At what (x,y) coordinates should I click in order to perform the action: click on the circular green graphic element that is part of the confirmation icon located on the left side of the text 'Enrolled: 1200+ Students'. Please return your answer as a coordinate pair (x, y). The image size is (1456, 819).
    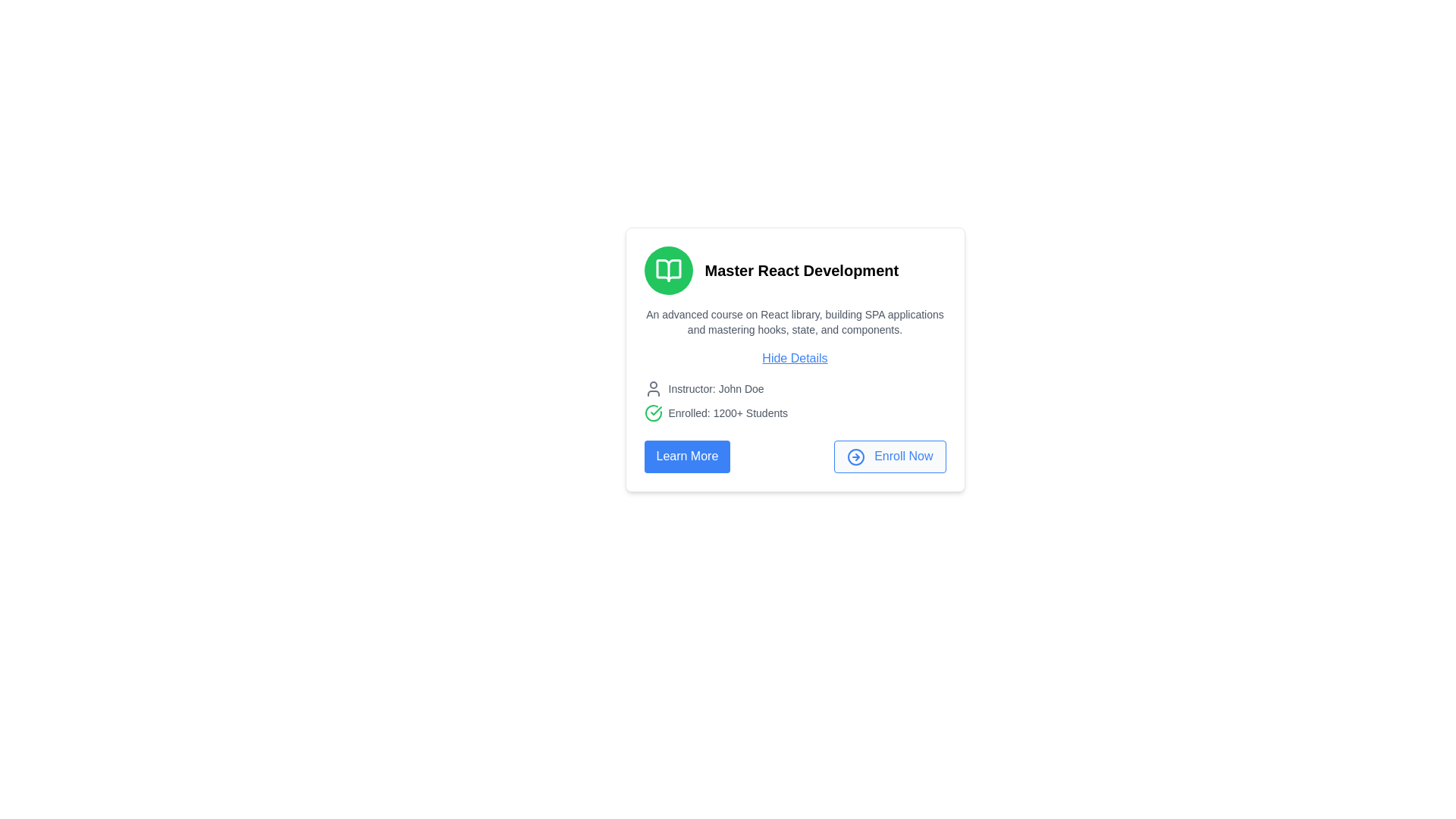
    Looking at the image, I should click on (653, 413).